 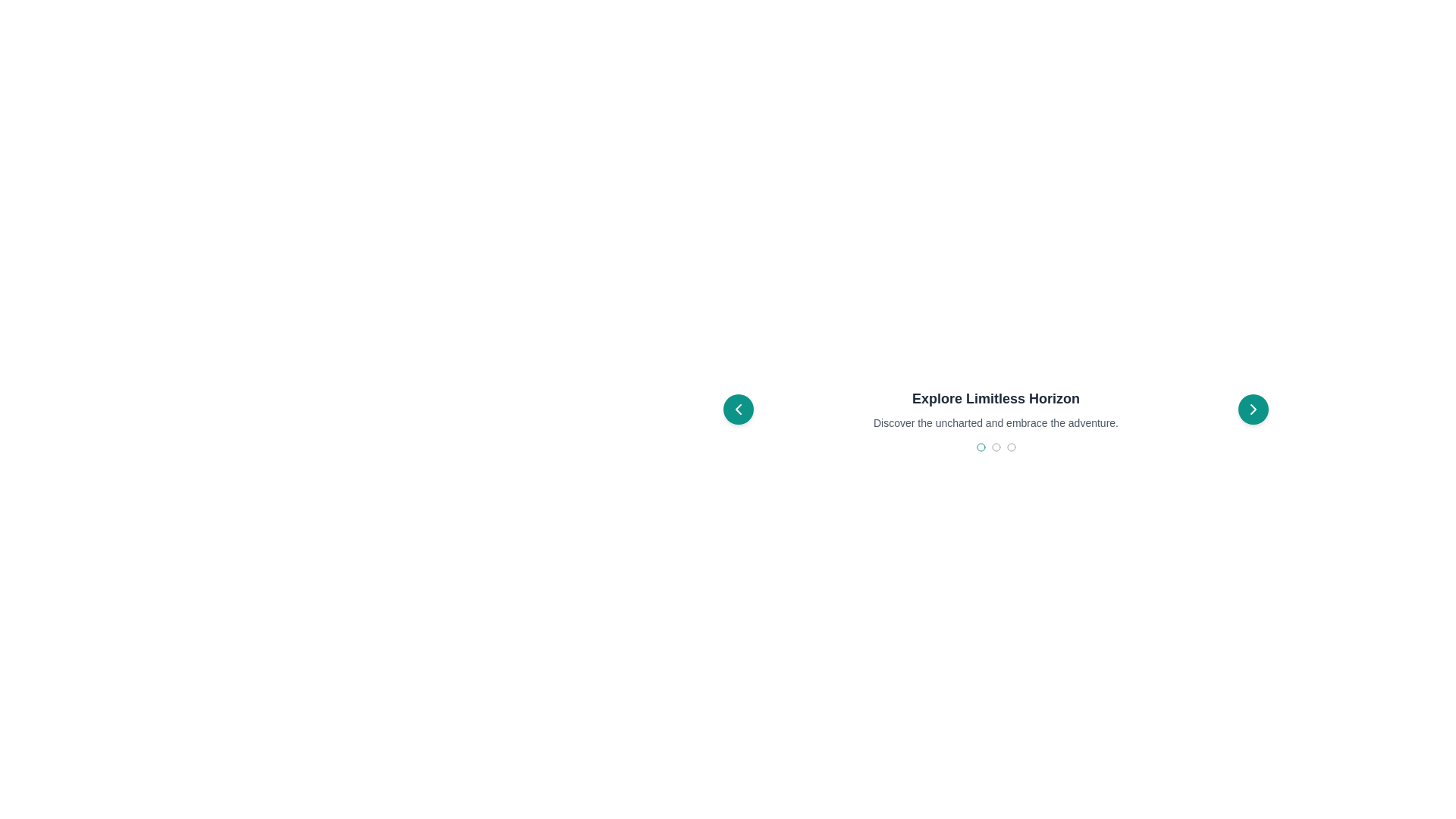 I want to click on the central pagination dot, which is visually distinct in teal color, so click(x=996, y=447).